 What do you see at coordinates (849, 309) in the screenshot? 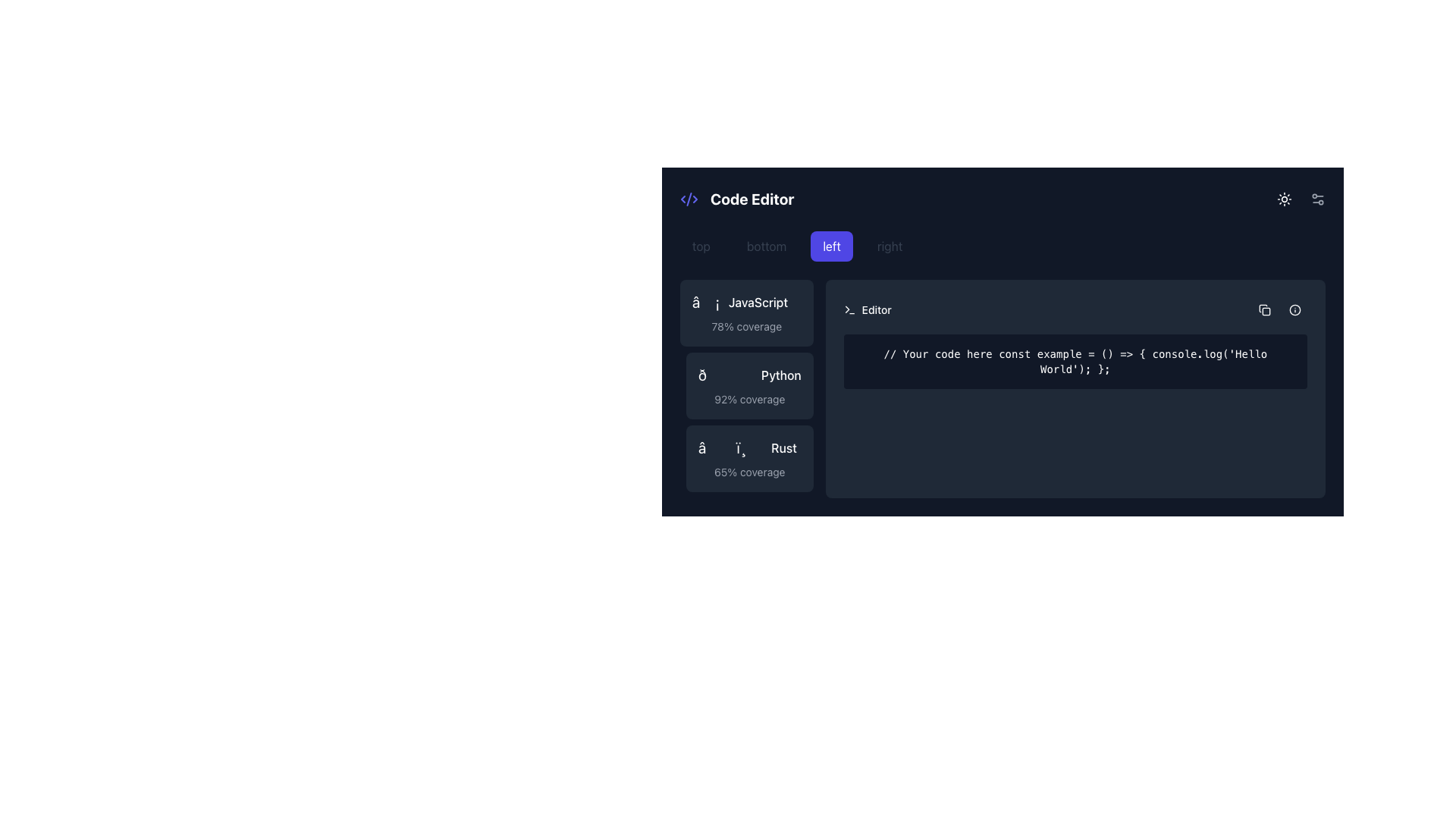
I see `the leftmost SVG icon in the toolbar, which is positioned immediately to the left of the 'Editor' text` at bounding box center [849, 309].